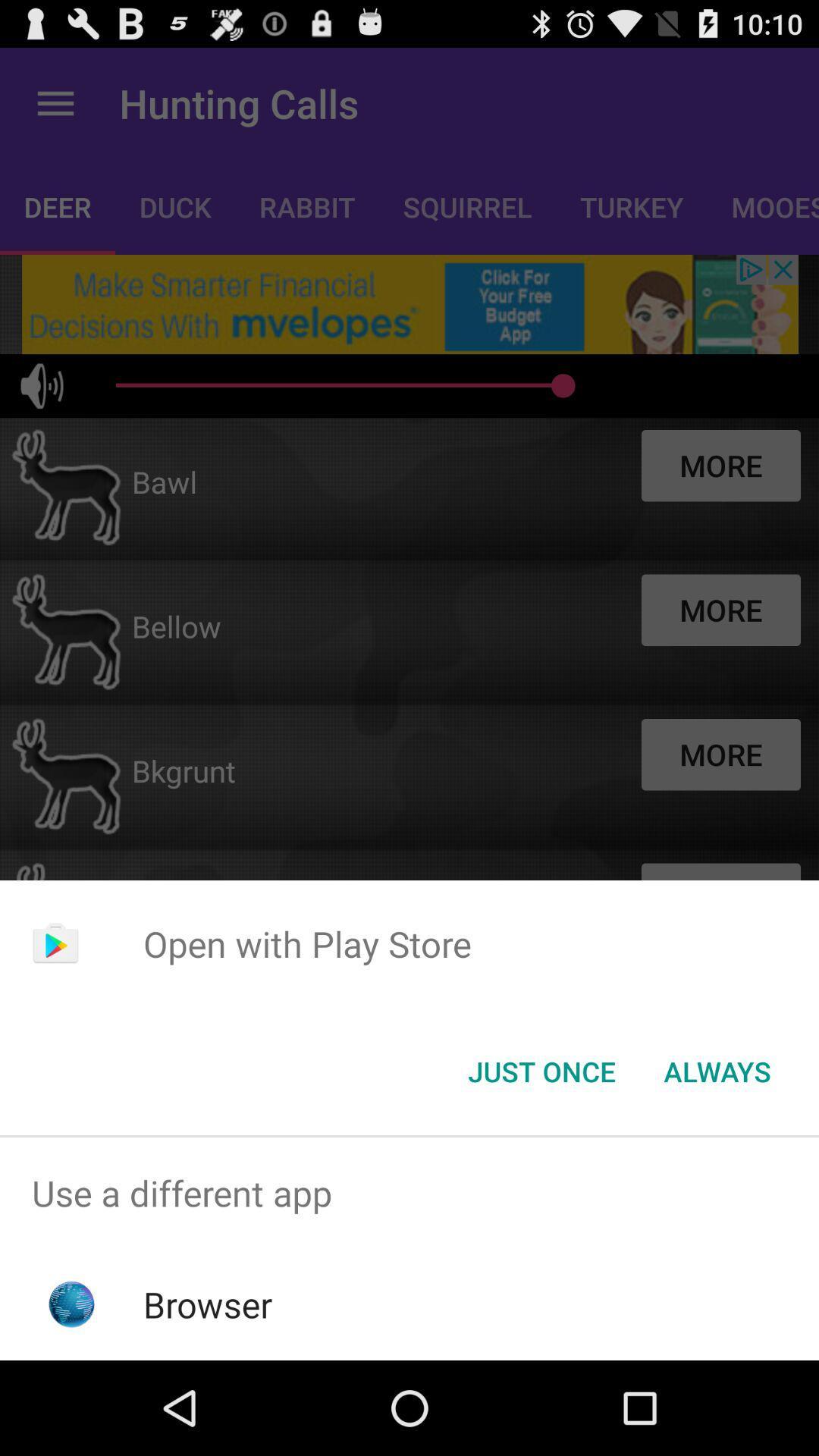 The width and height of the screenshot is (819, 1456). I want to click on the item below the open with play icon, so click(541, 1070).